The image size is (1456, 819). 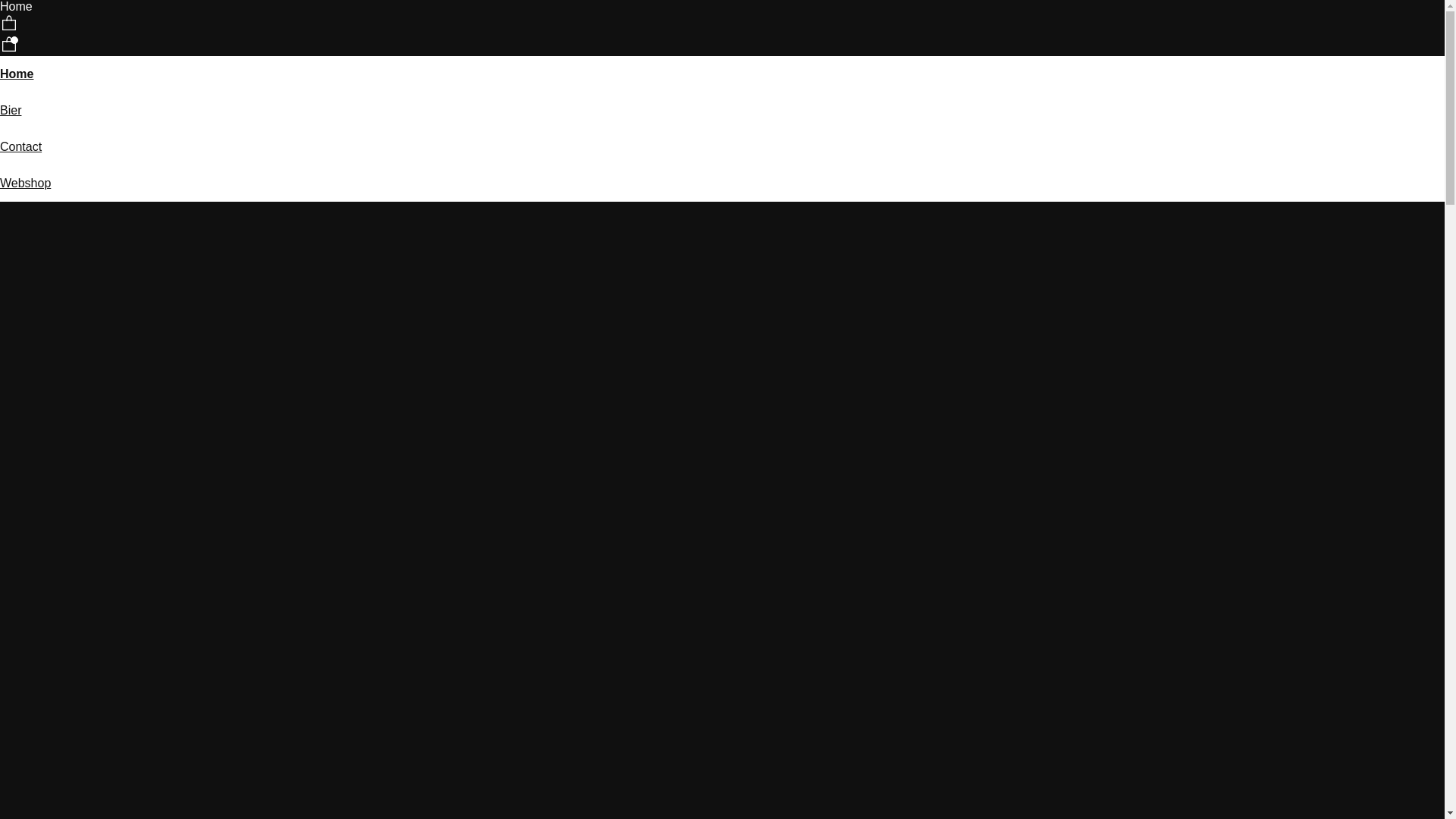 What do you see at coordinates (11, 109) in the screenshot?
I see `'Bier'` at bounding box center [11, 109].